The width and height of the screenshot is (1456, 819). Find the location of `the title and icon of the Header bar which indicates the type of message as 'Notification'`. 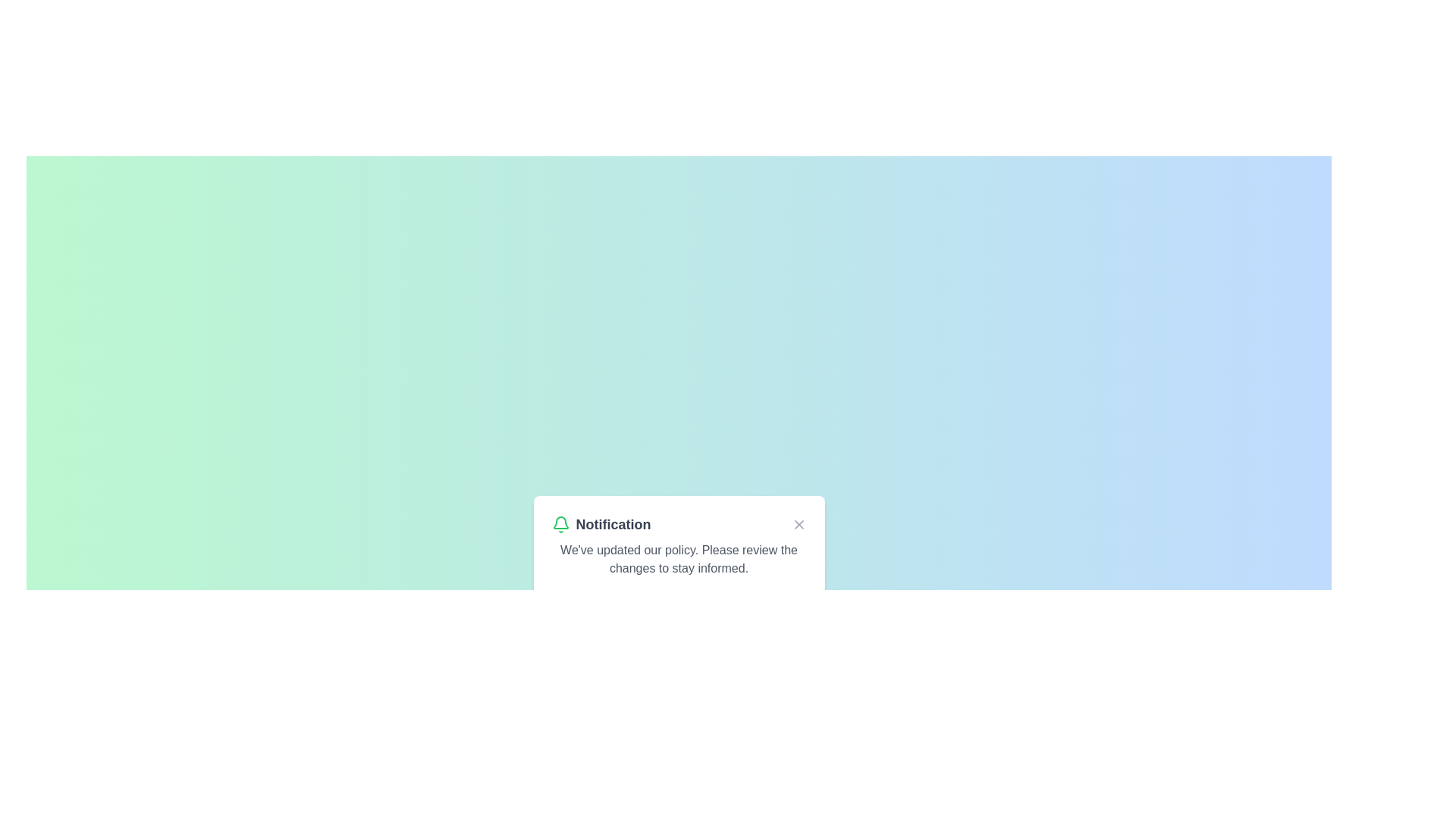

the title and icon of the Header bar which indicates the type of message as 'Notification' is located at coordinates (678, 523).